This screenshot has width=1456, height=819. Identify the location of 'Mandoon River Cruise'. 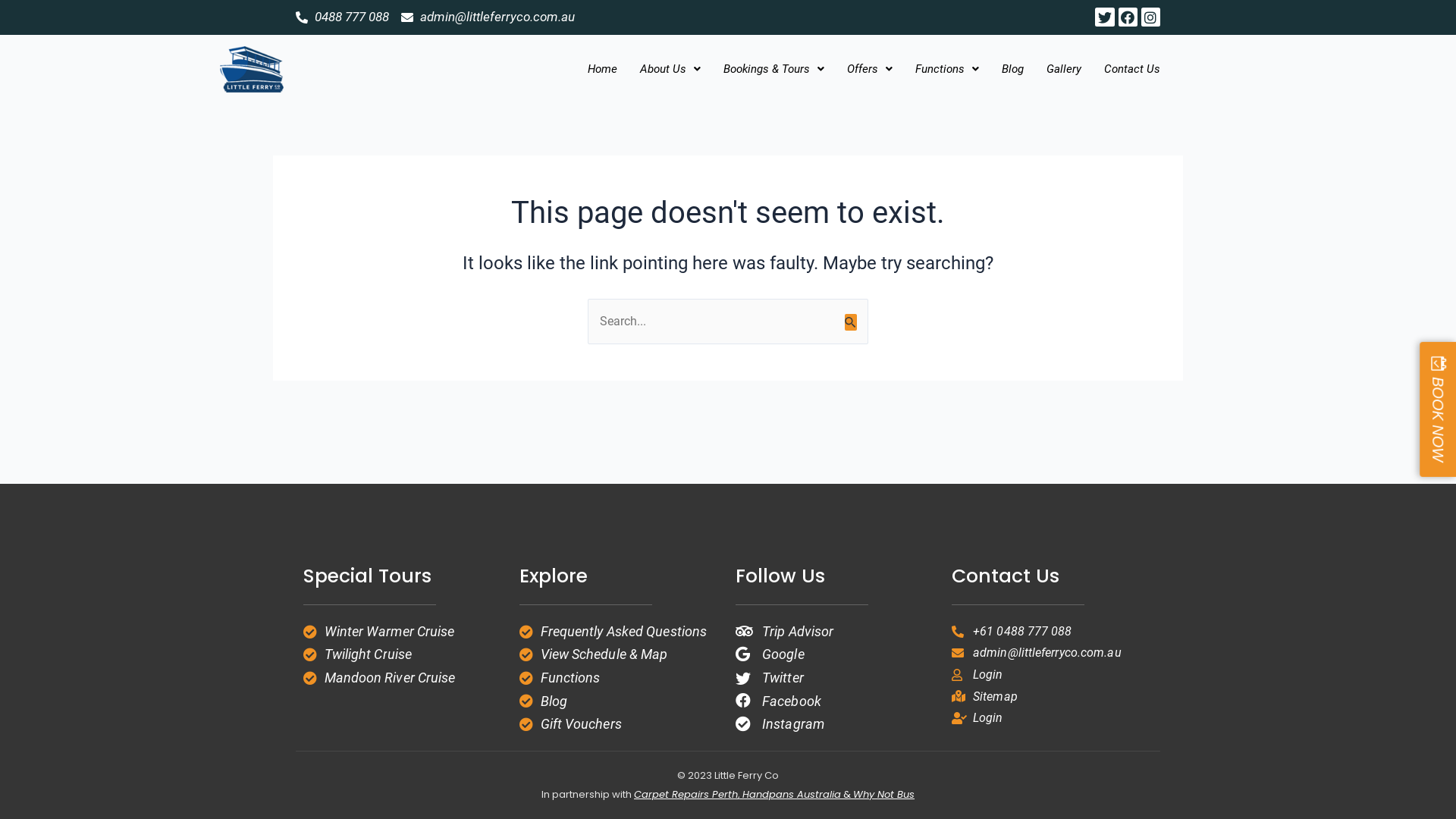
(303, 677).